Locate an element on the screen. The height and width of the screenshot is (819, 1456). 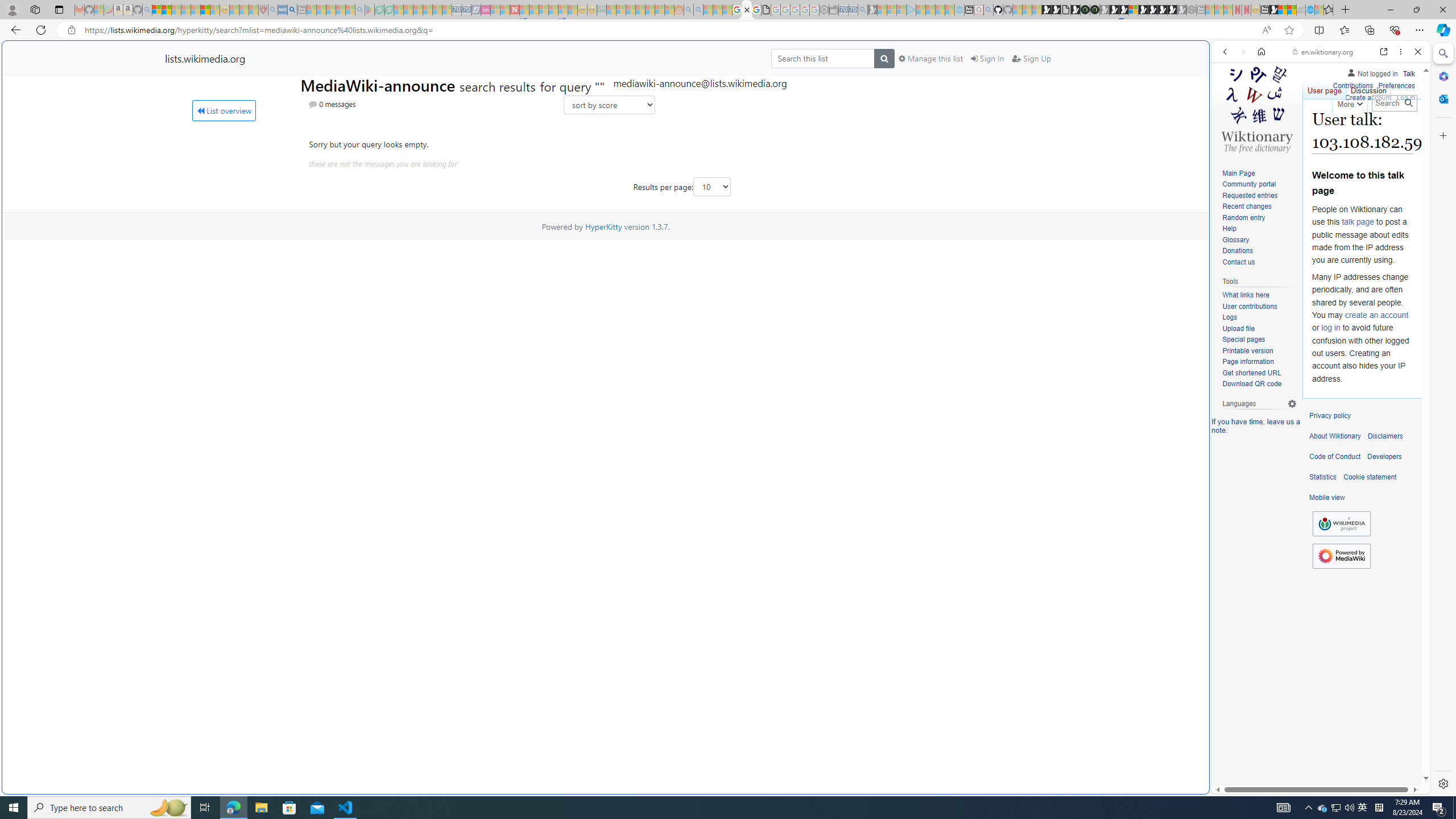
'Code of Conduct' is located at coordinates (1335, 457).